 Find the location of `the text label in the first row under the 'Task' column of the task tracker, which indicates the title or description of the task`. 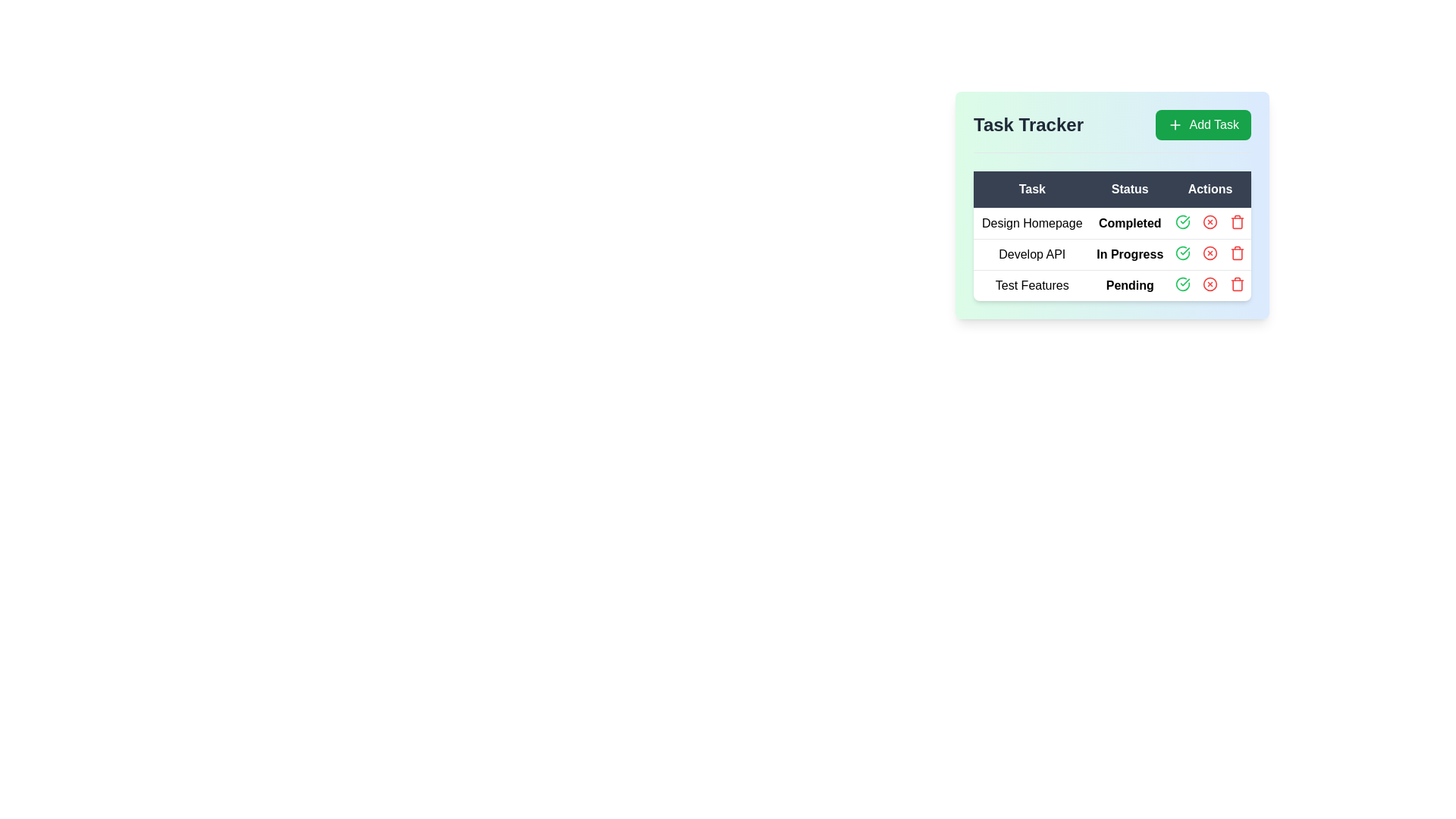

the text label in the first row under the 'Task' column of the task tracker, which indicates the title or description of the task is located at coordinates (1031, 223).